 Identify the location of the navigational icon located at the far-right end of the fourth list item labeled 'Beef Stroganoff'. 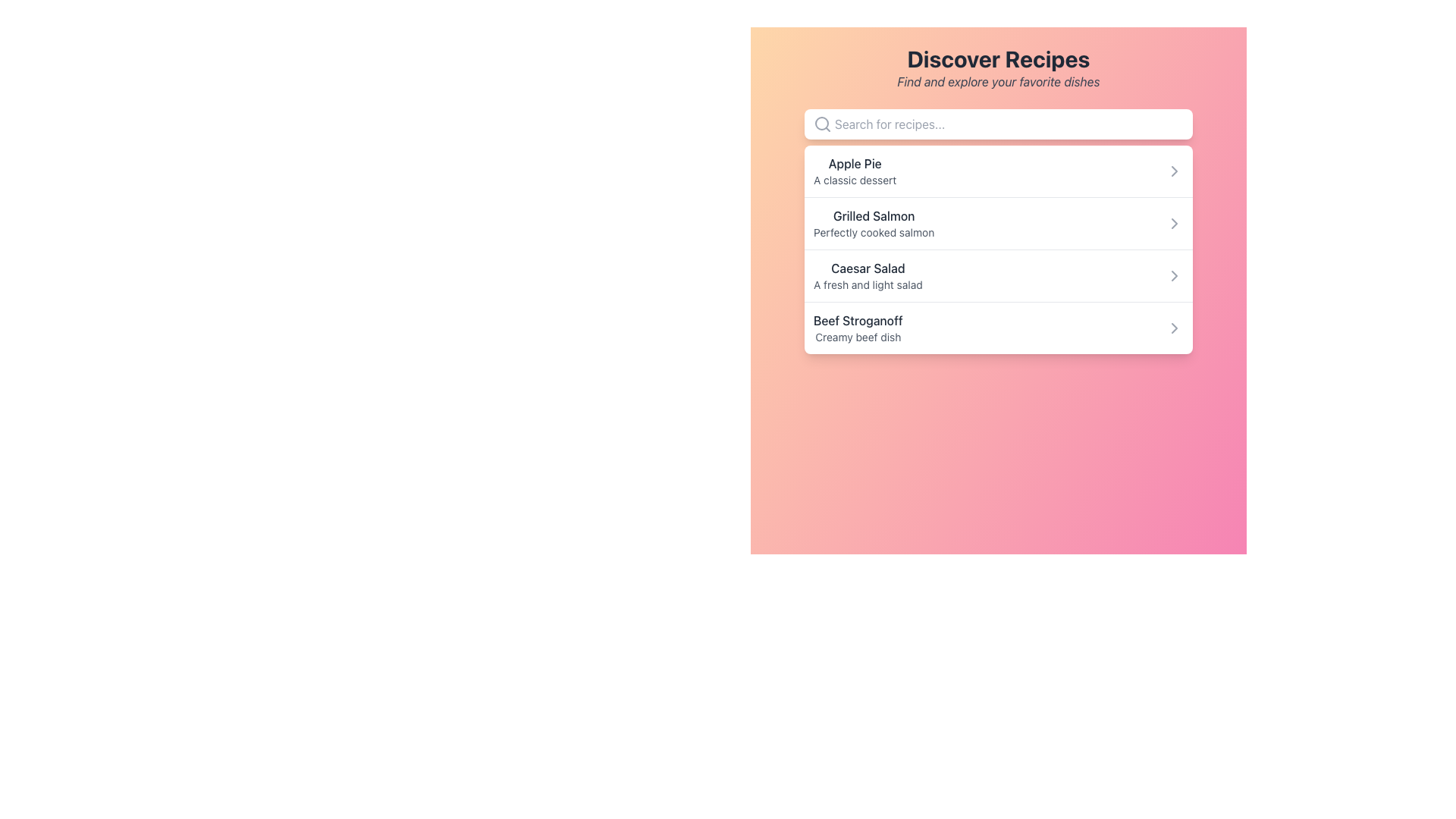
(1174, 327).